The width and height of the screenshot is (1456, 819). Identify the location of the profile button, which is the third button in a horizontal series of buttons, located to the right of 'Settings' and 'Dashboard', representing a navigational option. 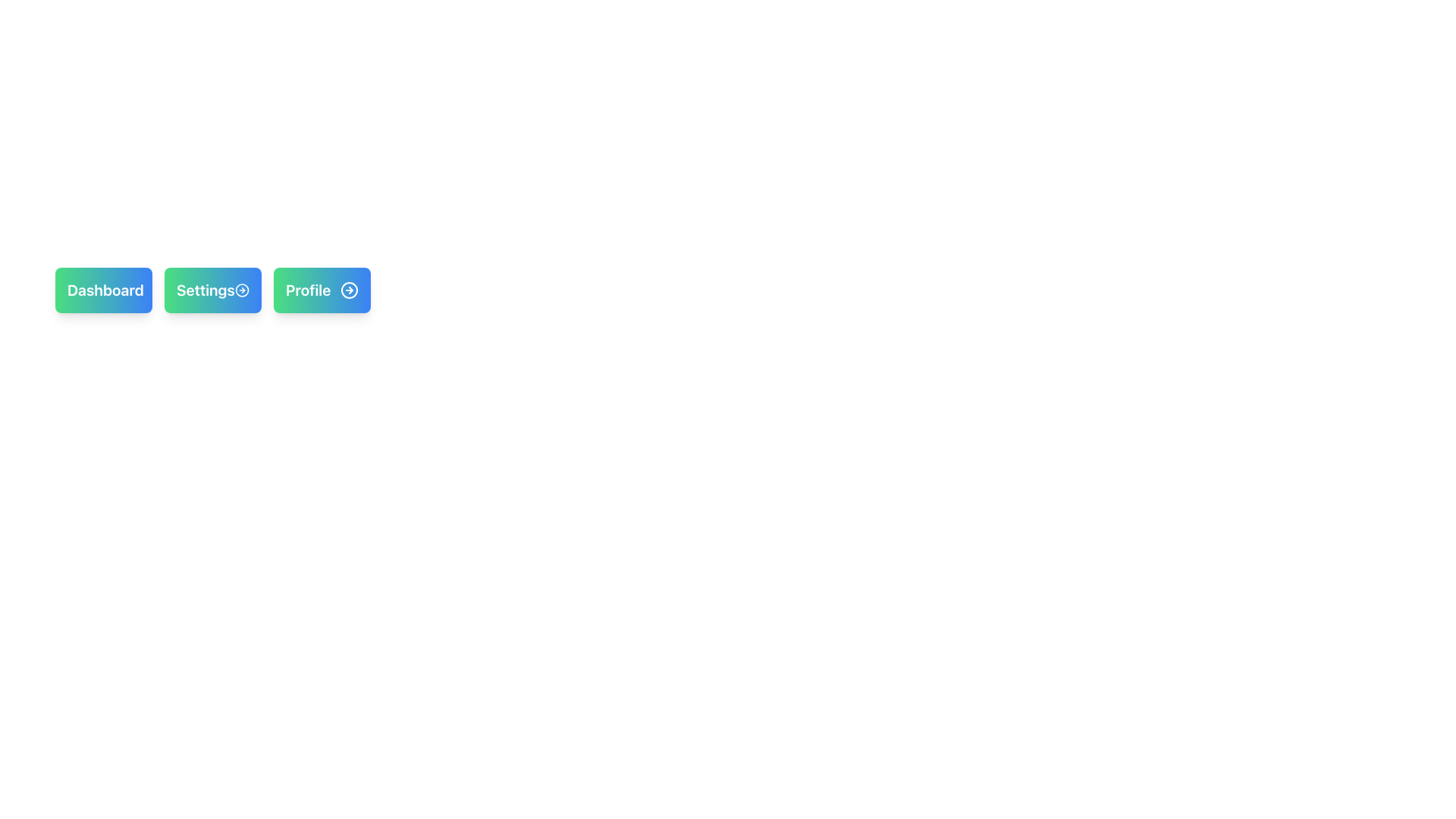
(322, 290).